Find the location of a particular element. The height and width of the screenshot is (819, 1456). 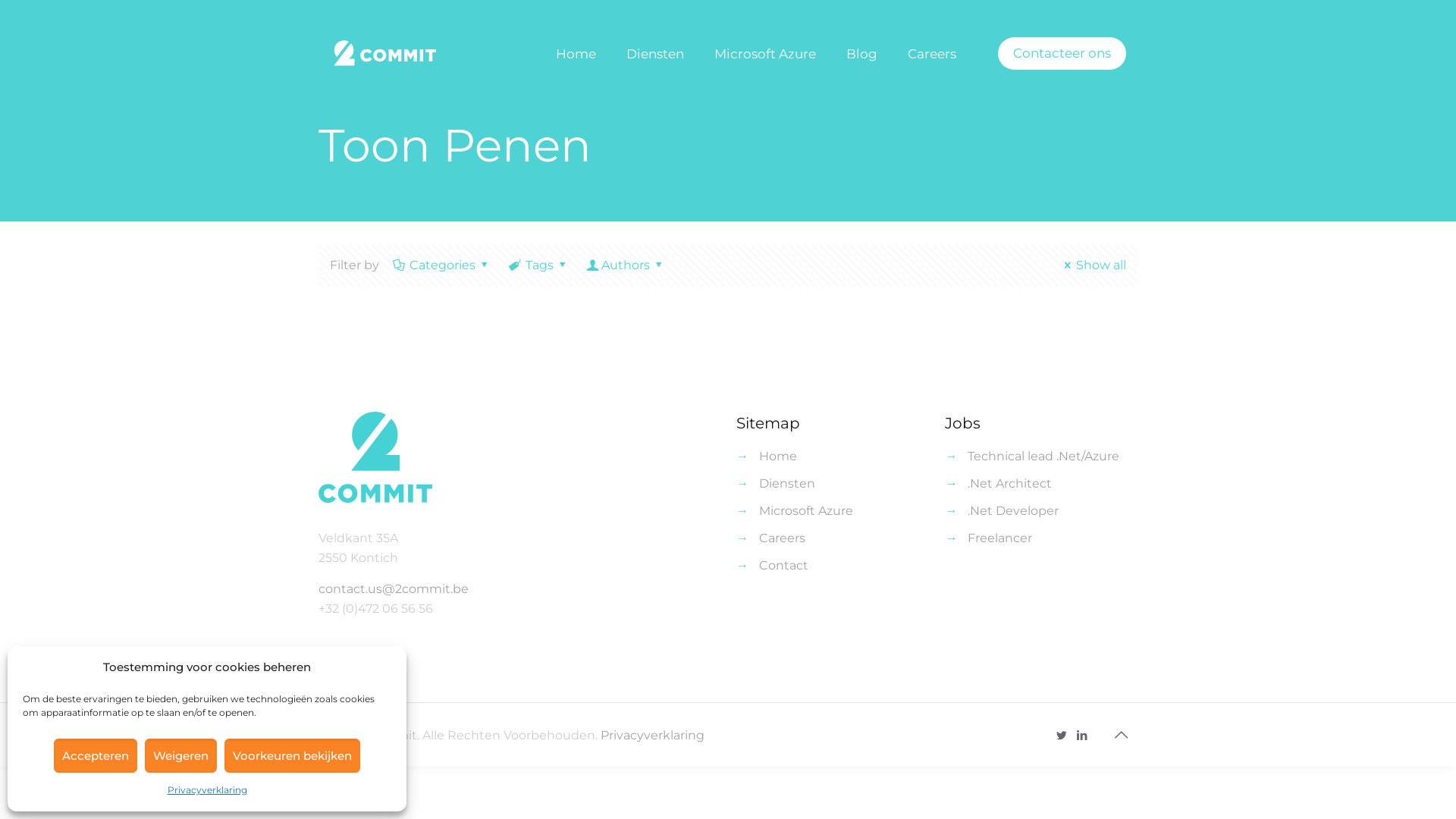

'Diensten' is located at coordinates (611, 52).